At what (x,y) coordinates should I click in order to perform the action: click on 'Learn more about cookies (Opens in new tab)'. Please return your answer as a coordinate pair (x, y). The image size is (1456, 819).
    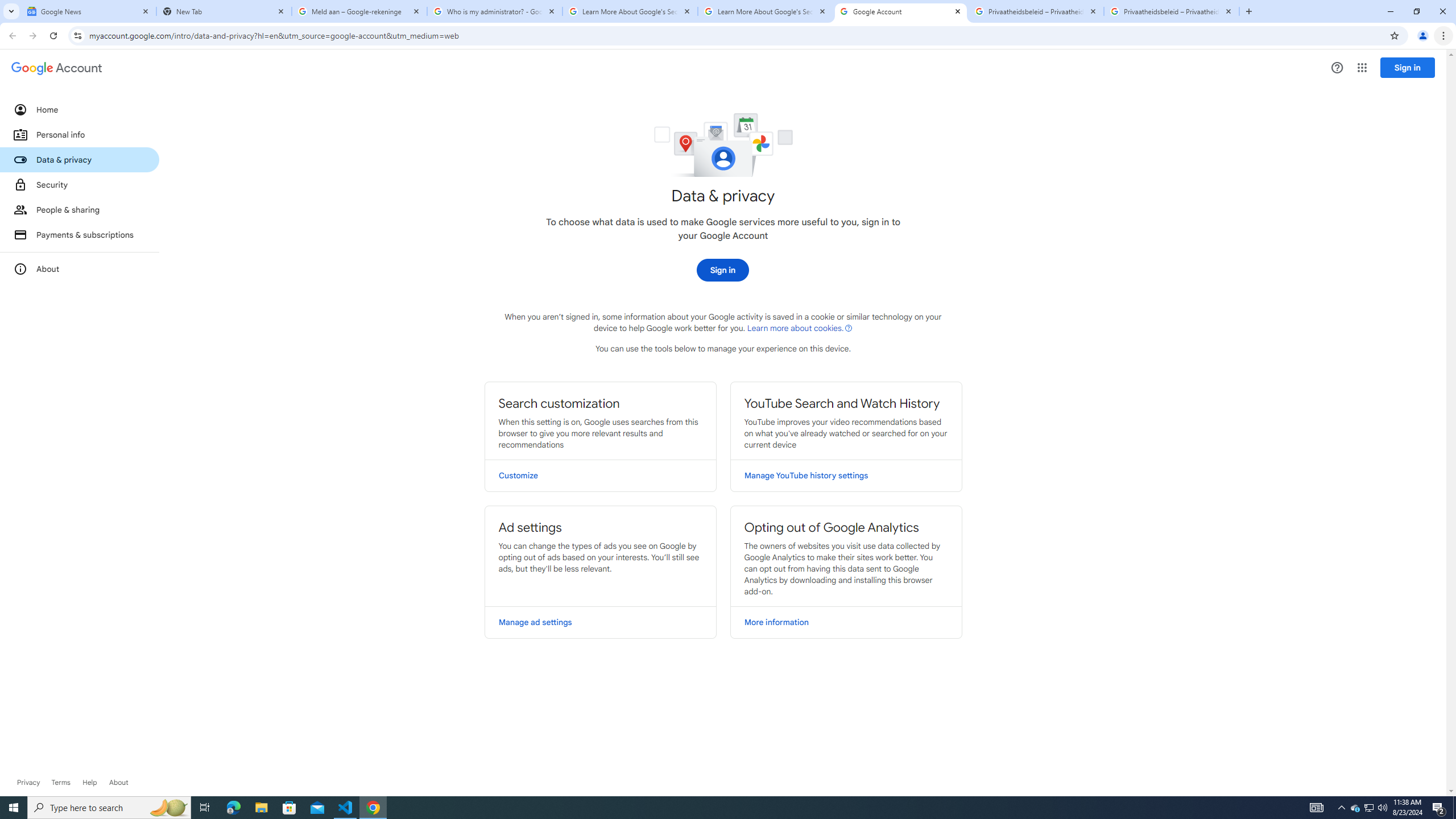
    Looking at the image, I should click on (800, 327).